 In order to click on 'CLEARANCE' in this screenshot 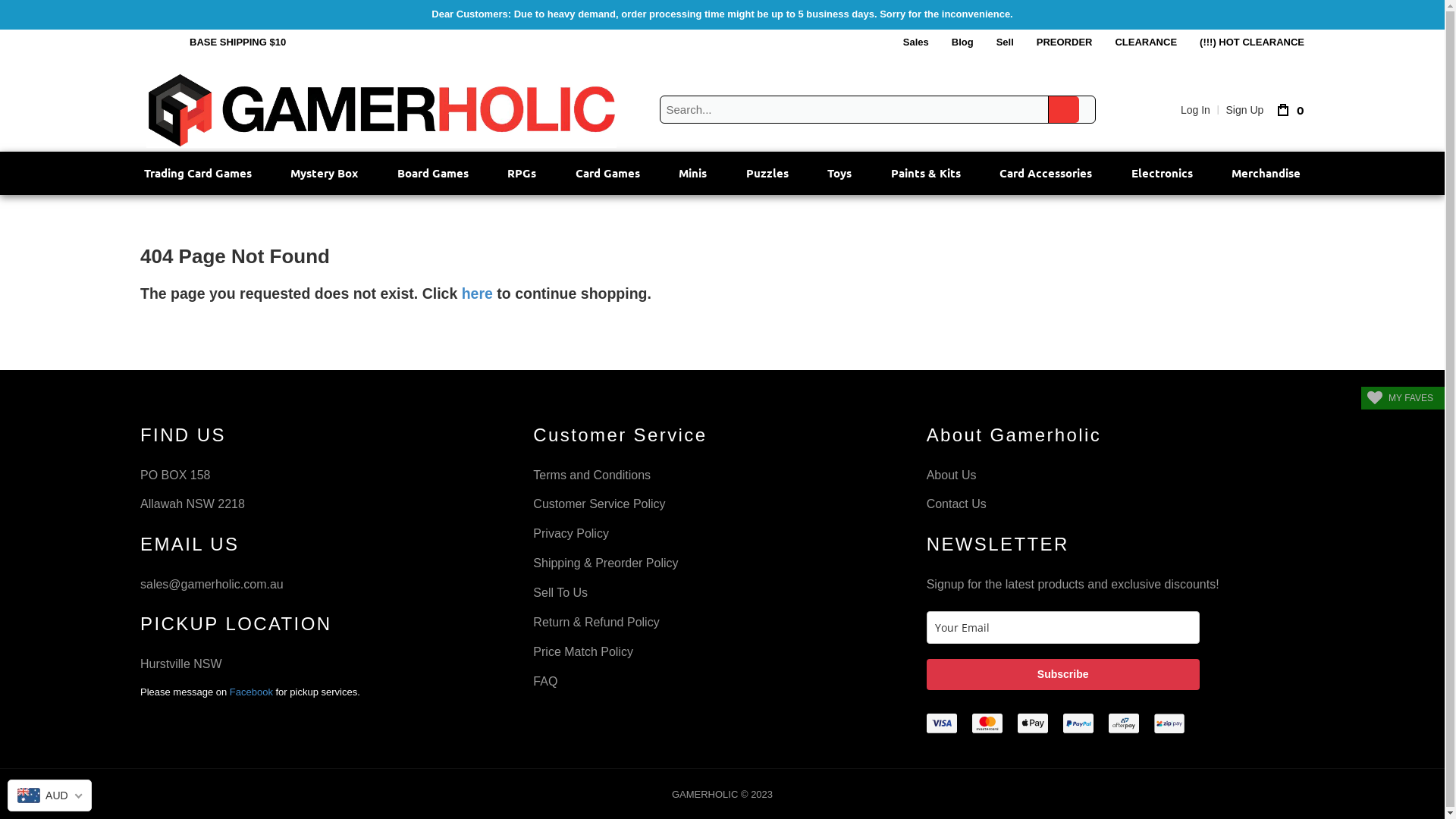, I will do `click(1146, 42)`.